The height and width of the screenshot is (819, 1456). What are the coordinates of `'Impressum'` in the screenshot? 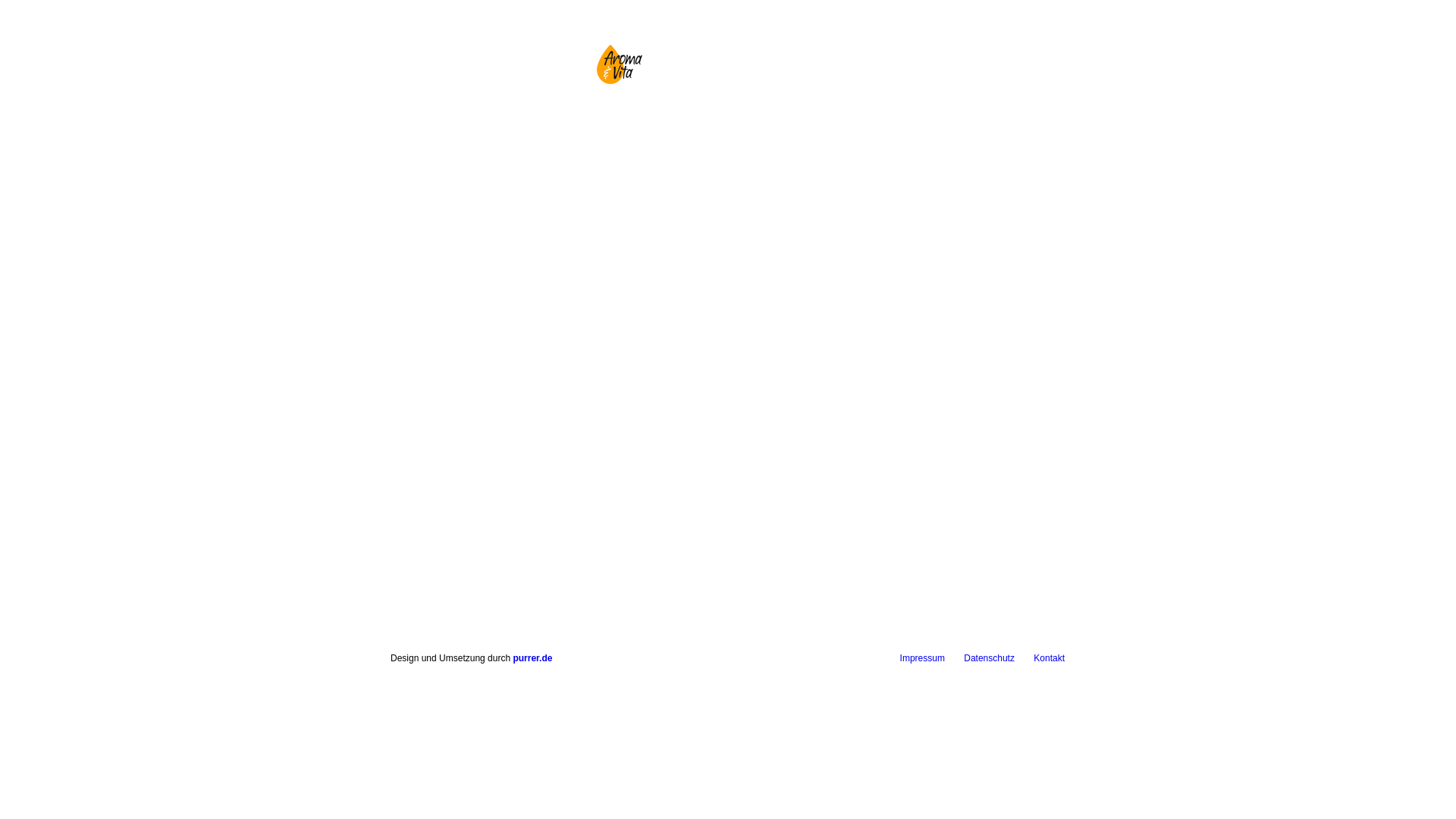 It's located at (921, 657).